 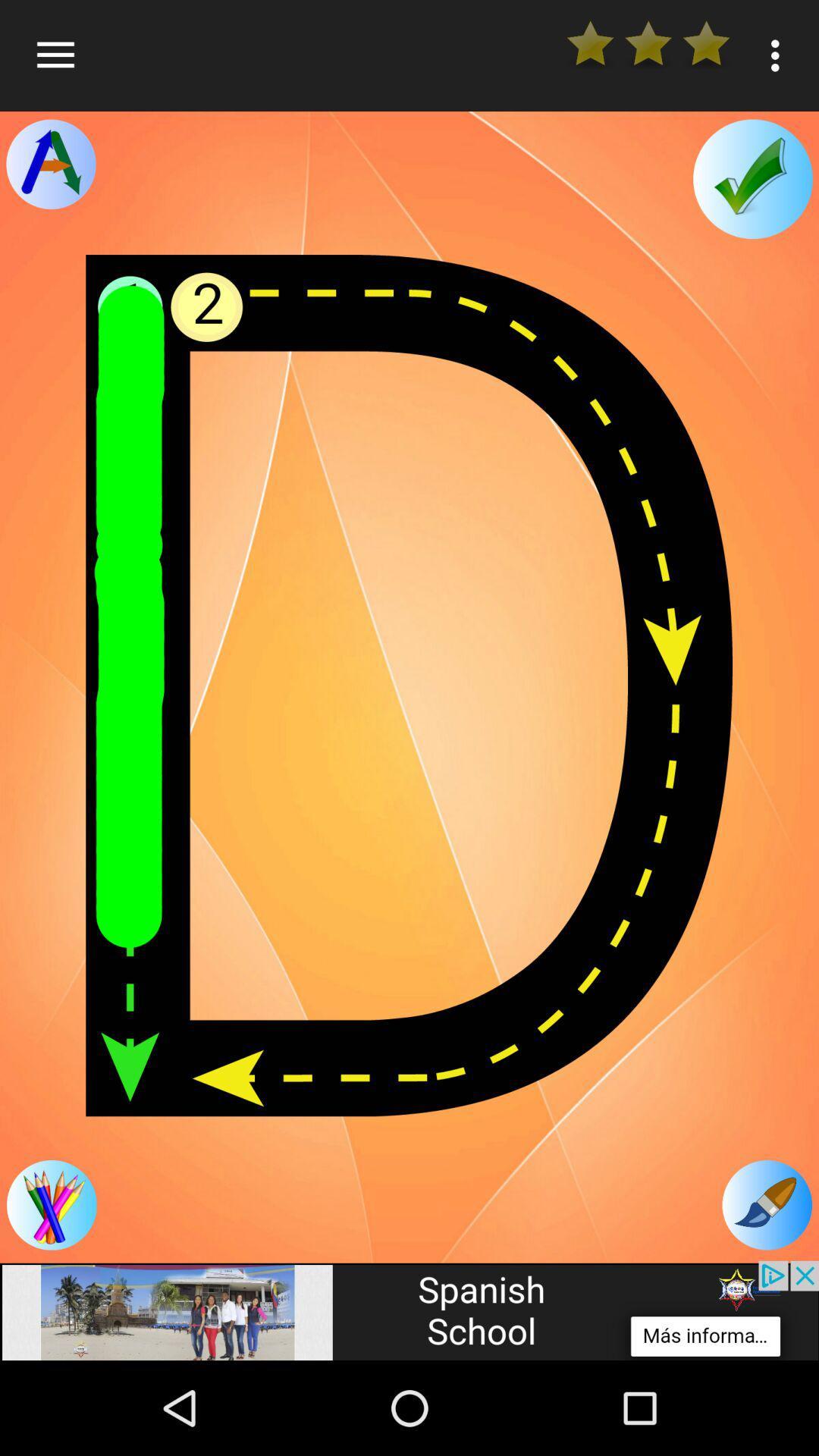 What do you see at coordinates (51, 1204) in the screenshot?
I see `tap to choice a color` at bounding box center [51, 1204].